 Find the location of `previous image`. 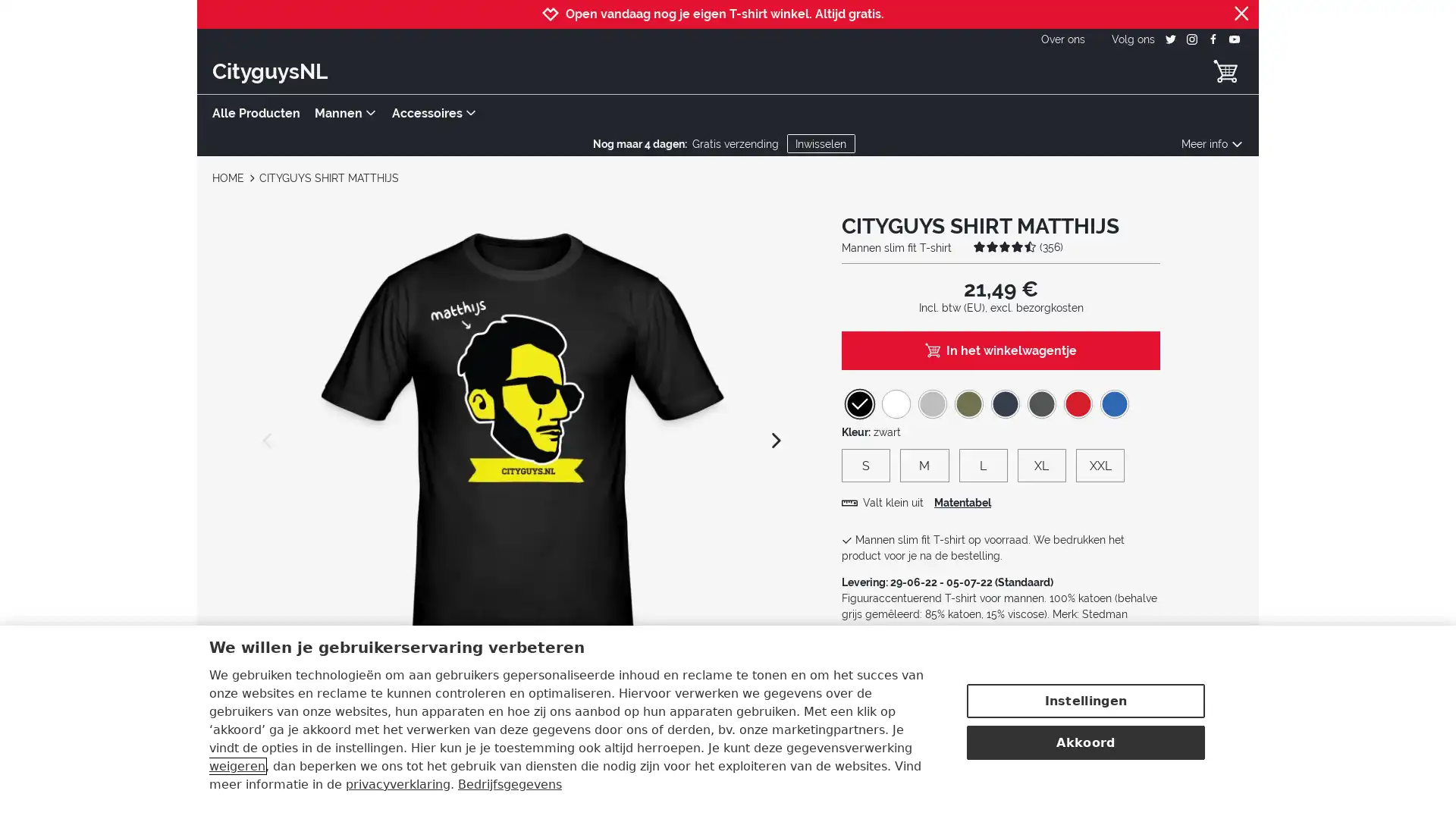

previous image is located at coordinates (268, 439).